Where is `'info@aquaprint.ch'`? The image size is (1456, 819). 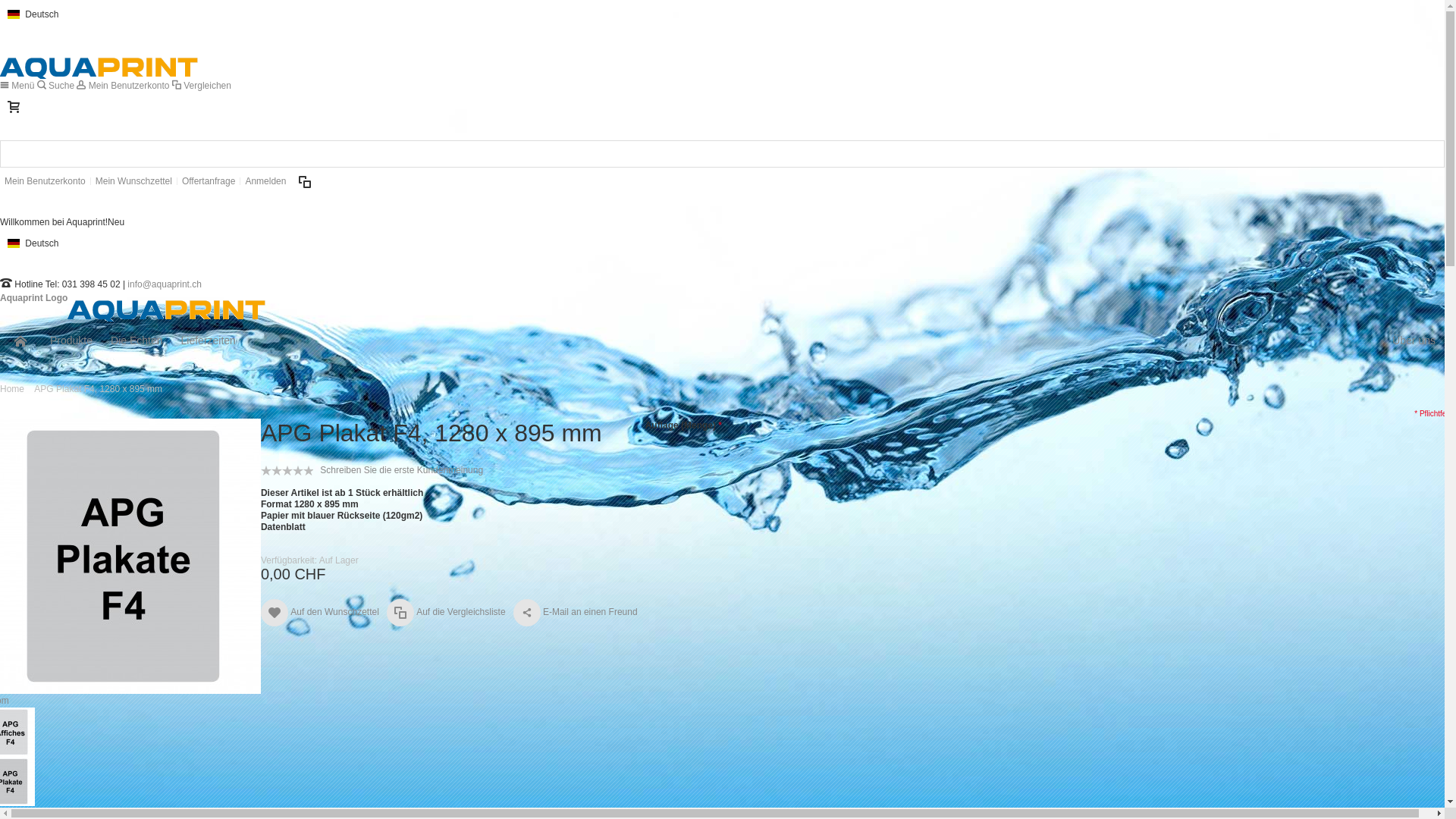
'info@aquaprint.ch' is located at coordinates (164, 284).